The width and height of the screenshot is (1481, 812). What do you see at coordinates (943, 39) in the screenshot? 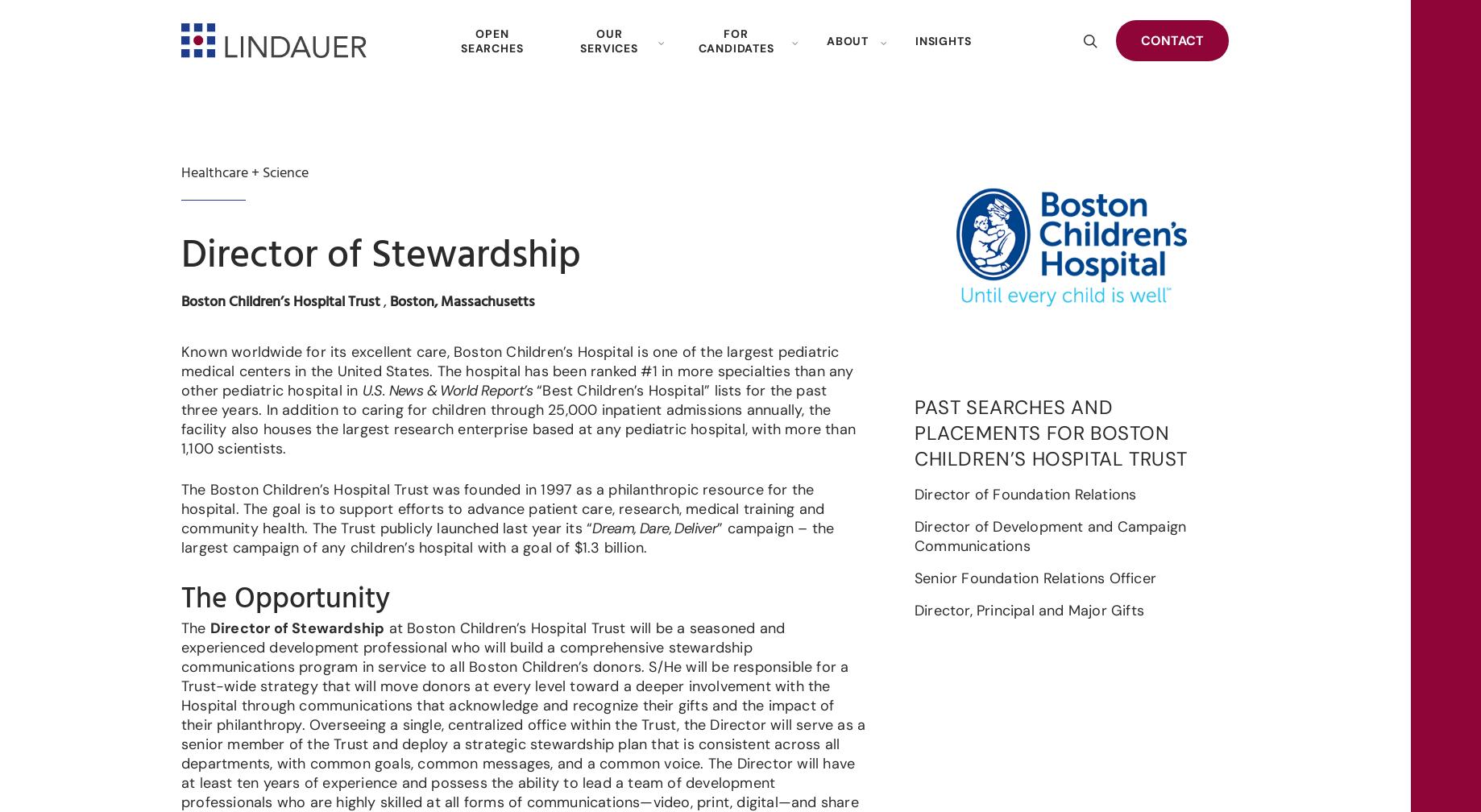
I see `'INSIGHTS'` at bounding box center [943, 39].